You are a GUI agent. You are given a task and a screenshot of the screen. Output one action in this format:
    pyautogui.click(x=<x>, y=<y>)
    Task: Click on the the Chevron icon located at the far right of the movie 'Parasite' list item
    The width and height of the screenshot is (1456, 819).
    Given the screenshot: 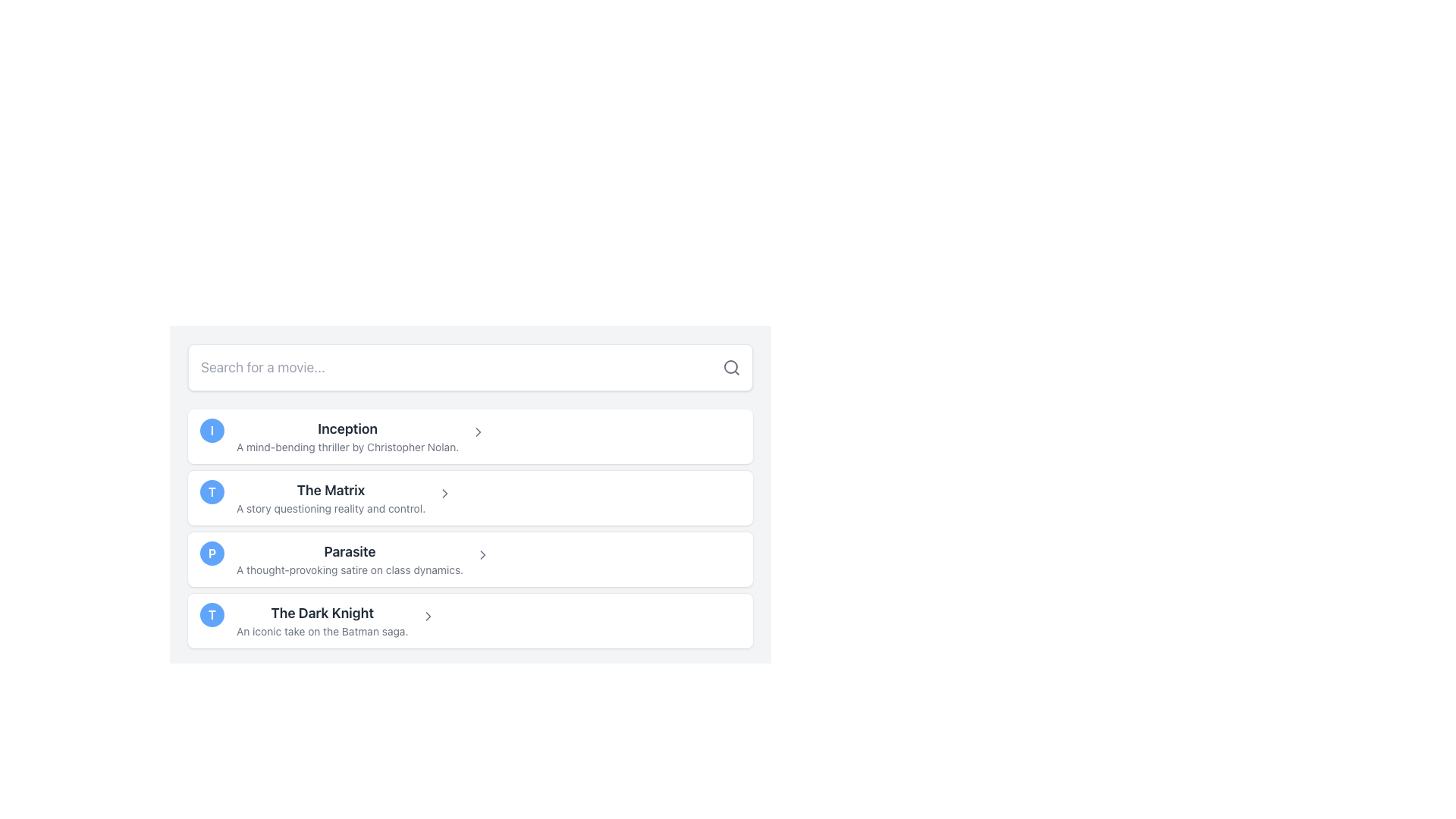 What is the action you would take?
    pyautogui.click(x=482, y=555)
    